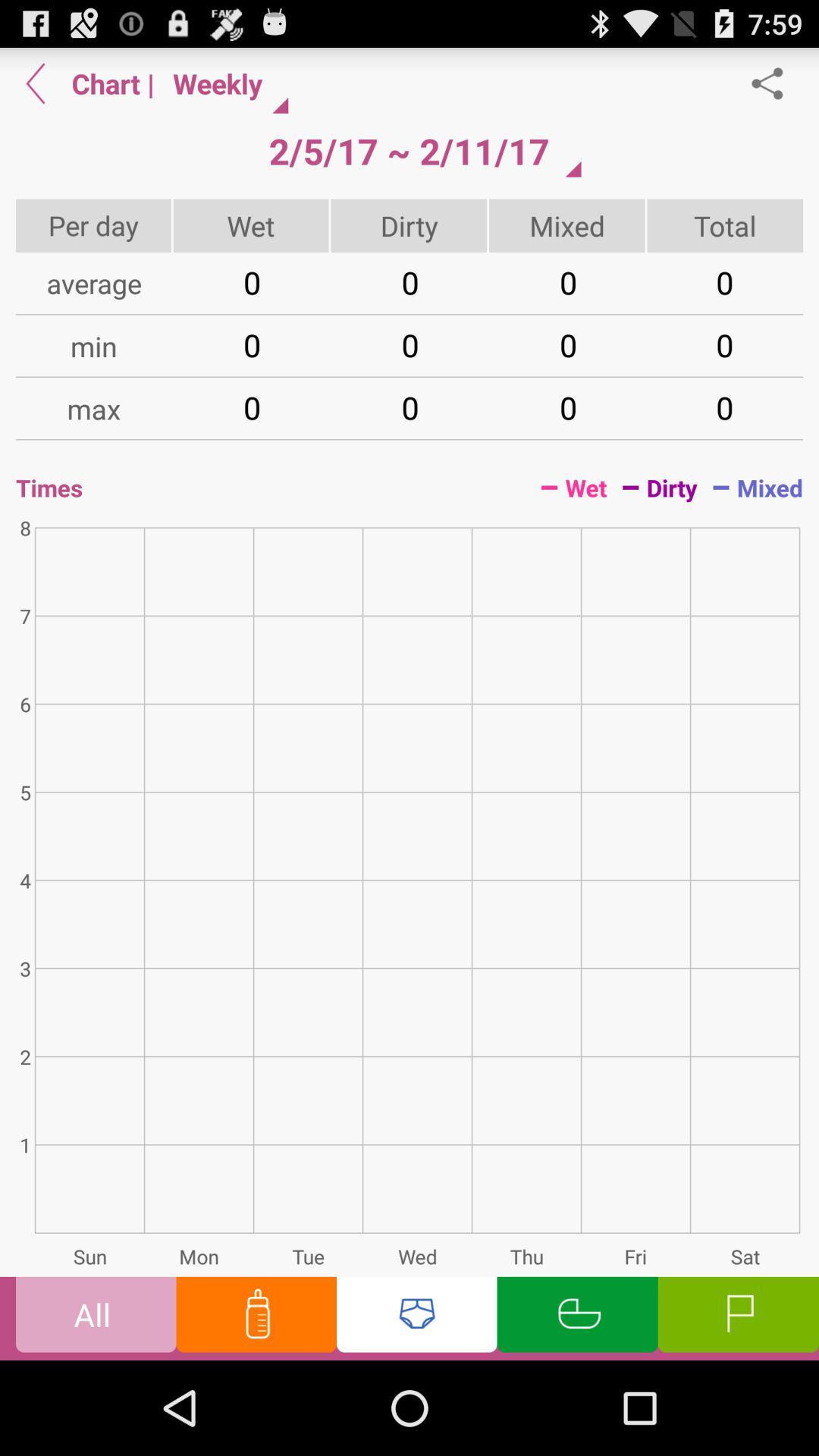 Image resolution: width=819 pixels, height=1456 pixels. Describe the element at coordinates (35, 83) in the screenshot. I see `backward` at that location.